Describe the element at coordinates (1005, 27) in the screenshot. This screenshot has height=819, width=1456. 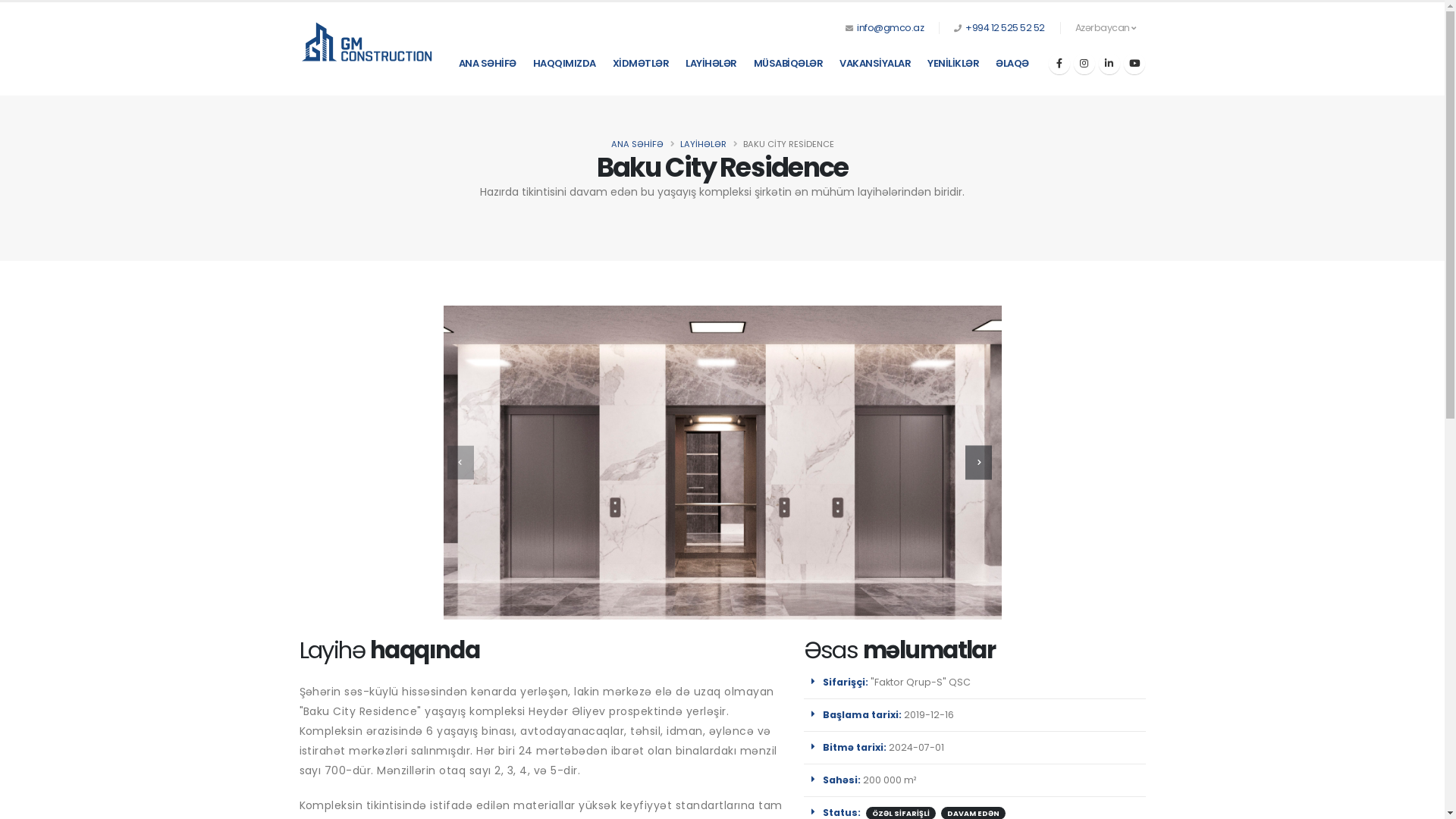
I see `'+994 12 525 52 52'` at that location.